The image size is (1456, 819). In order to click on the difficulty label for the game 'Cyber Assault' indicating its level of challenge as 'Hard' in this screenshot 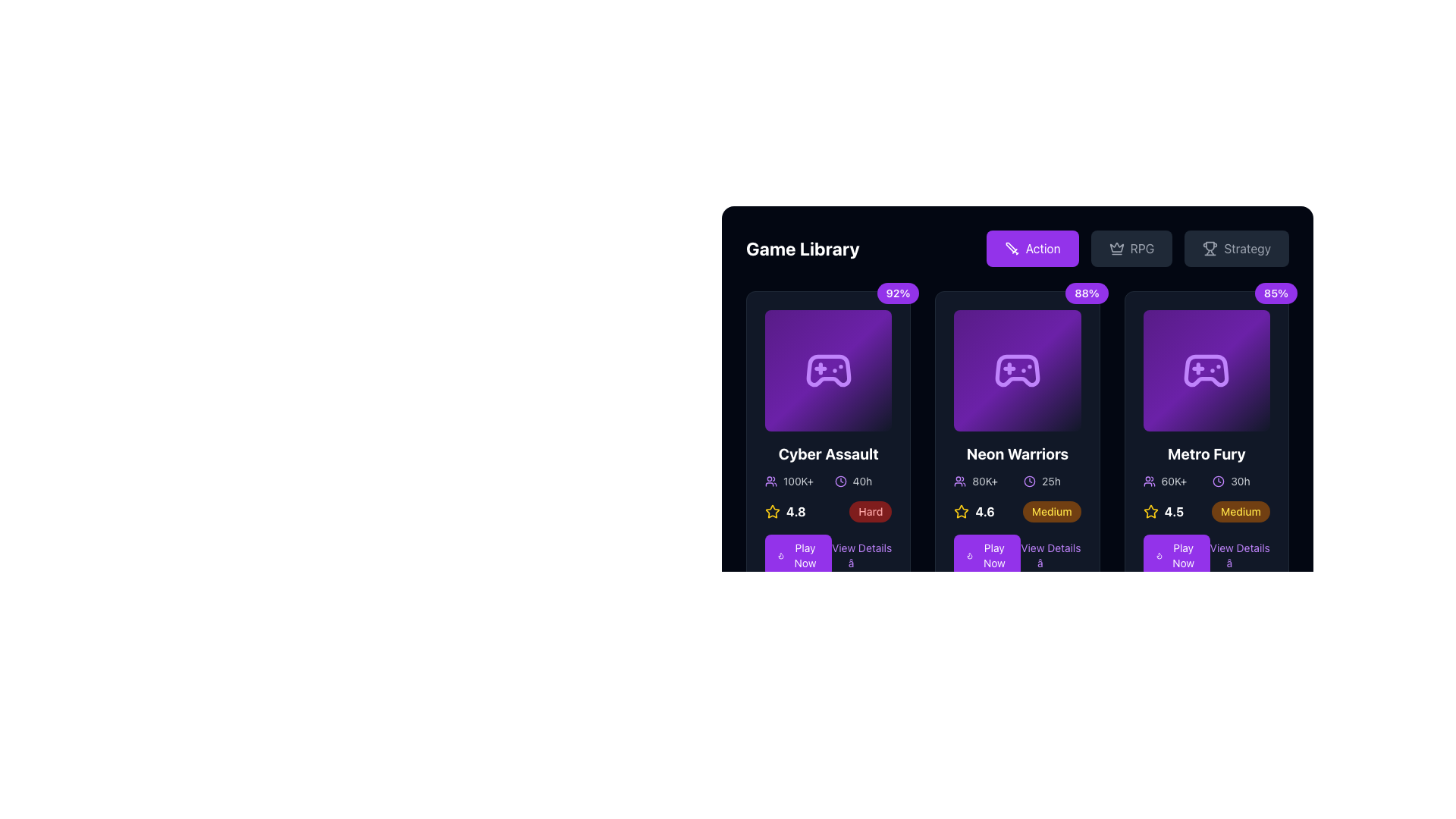, I will do `click(871, 512)`.